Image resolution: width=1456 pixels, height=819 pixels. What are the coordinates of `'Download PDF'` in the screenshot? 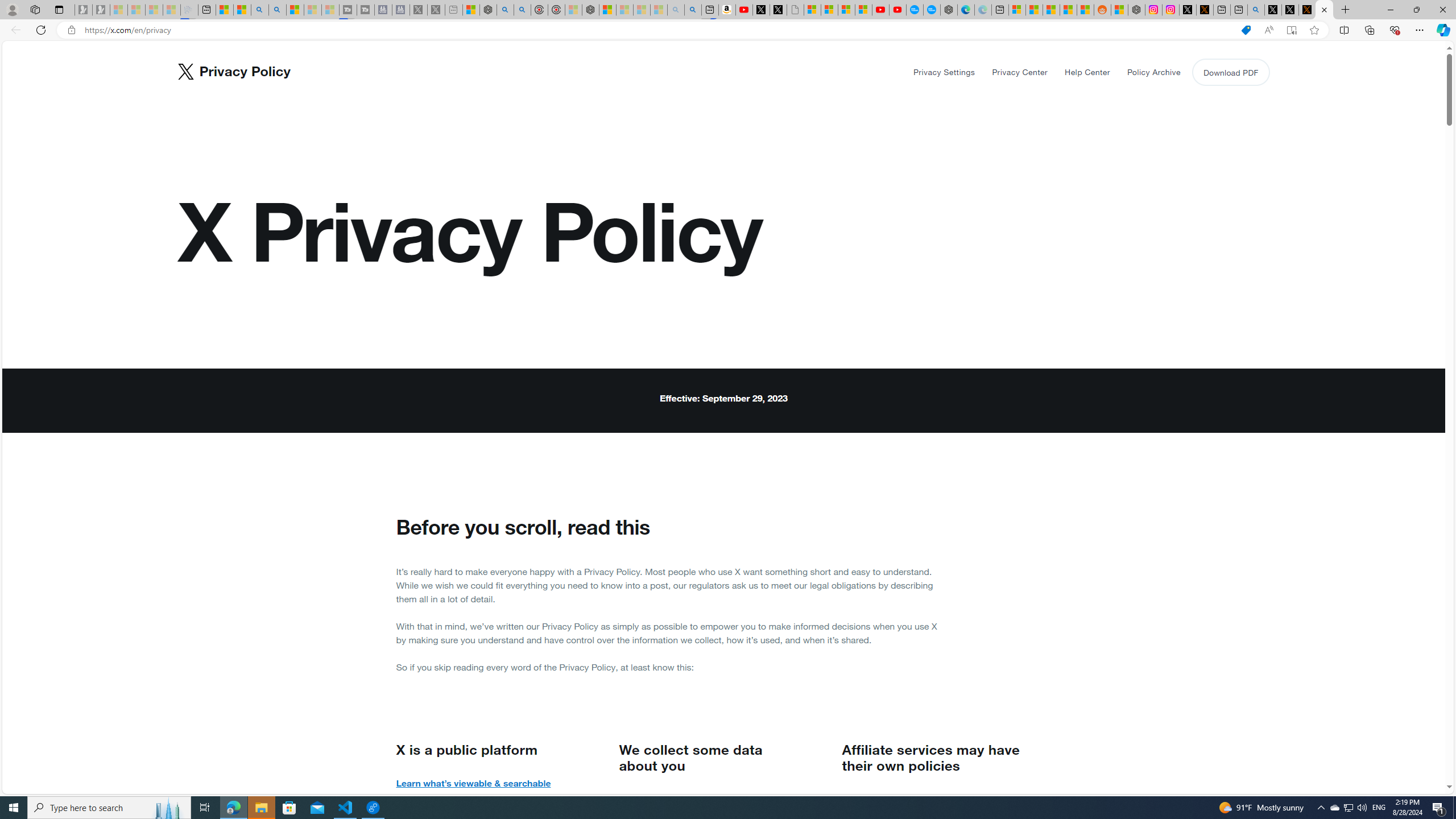 It's located at (1230, 72).